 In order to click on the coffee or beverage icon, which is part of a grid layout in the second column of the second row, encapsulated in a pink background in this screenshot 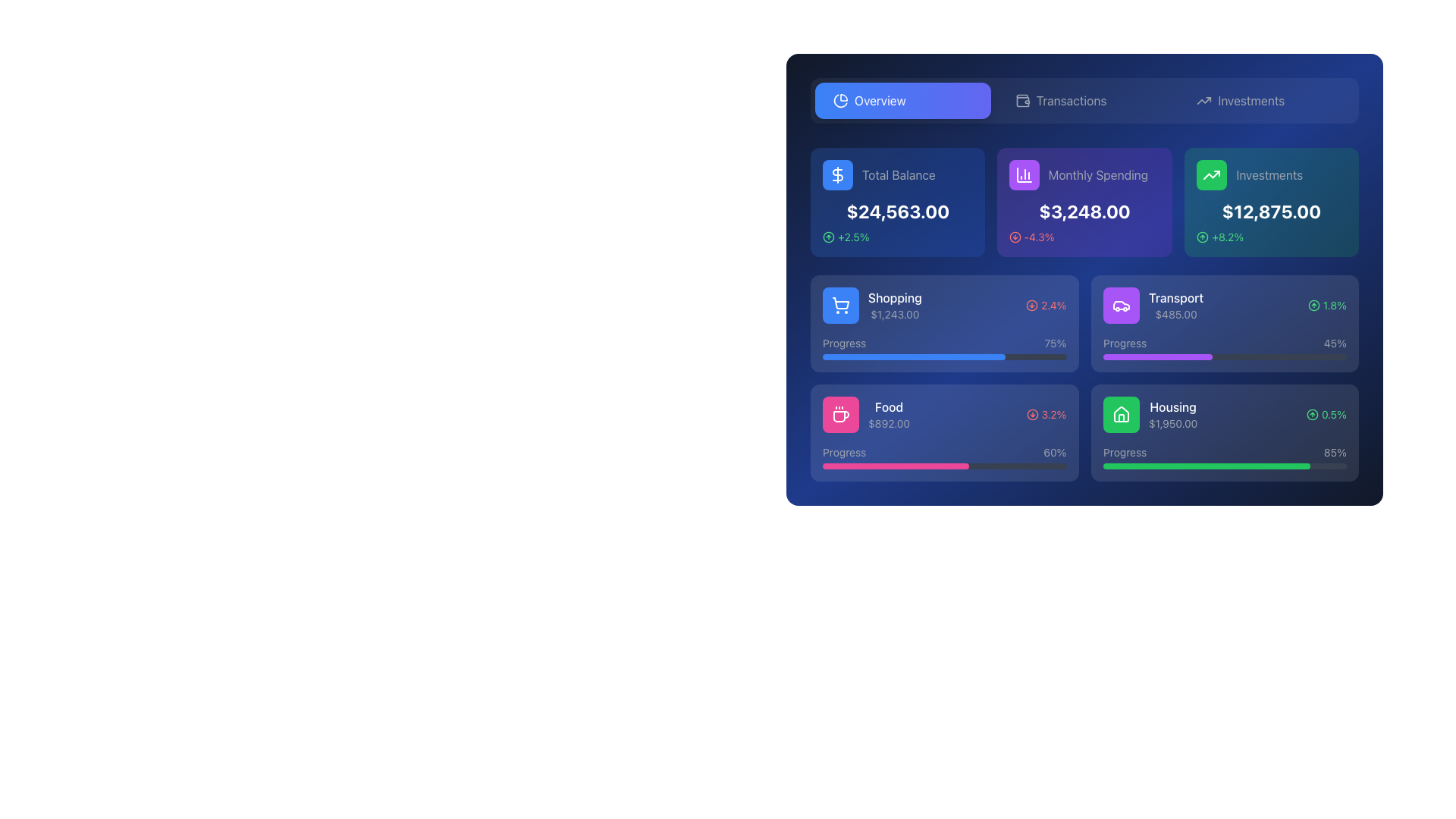, I will do `click(839, 415)`.